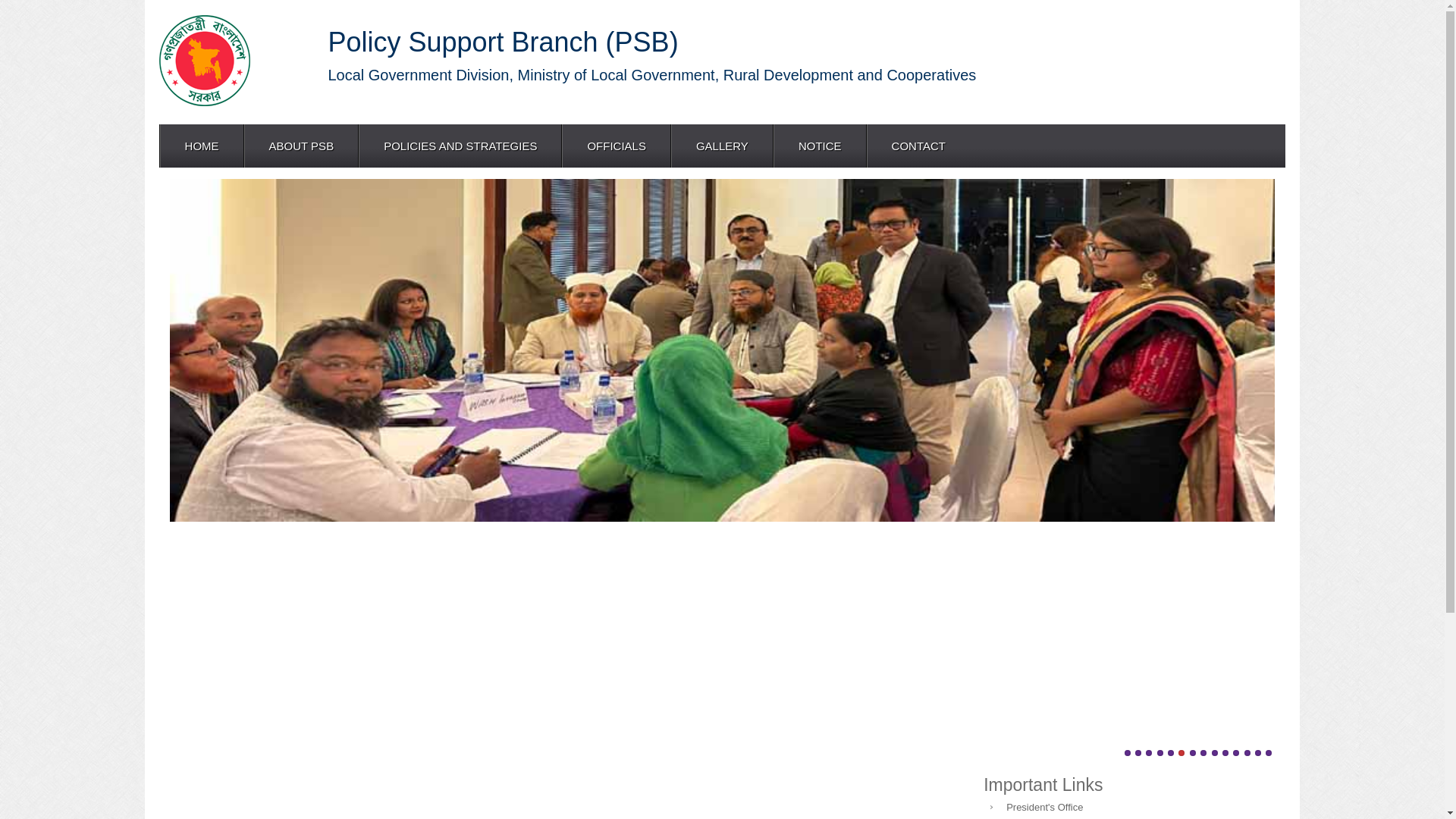 The height and width of the screenshot is (819, 1456). What do you see at coordinates (1127, 752) in the screenshot?
I see `'1'` at bounding box center [1127, 752].